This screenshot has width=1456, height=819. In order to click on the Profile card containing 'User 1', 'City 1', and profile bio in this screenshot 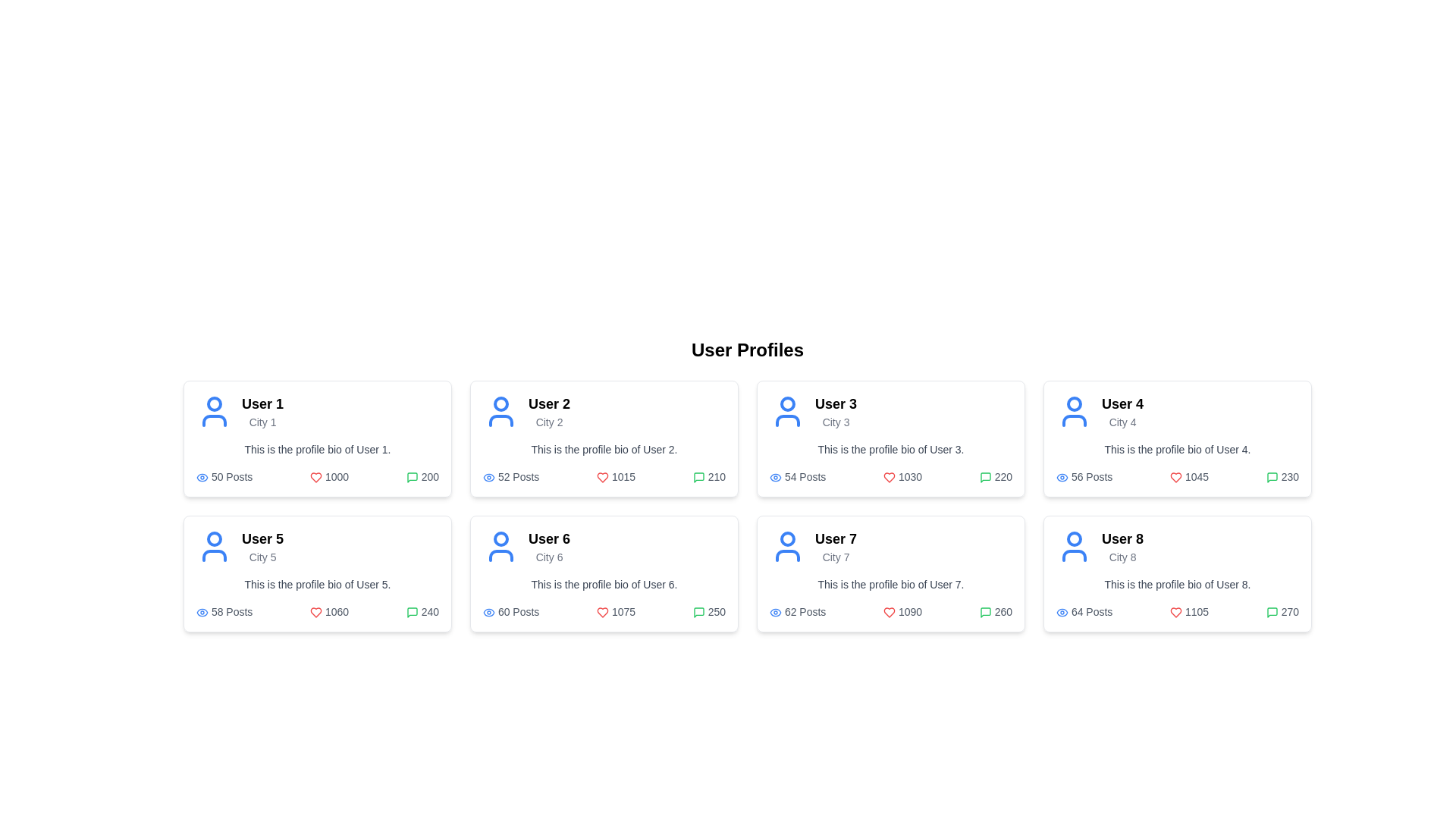, I will do `click(316, 438)`.